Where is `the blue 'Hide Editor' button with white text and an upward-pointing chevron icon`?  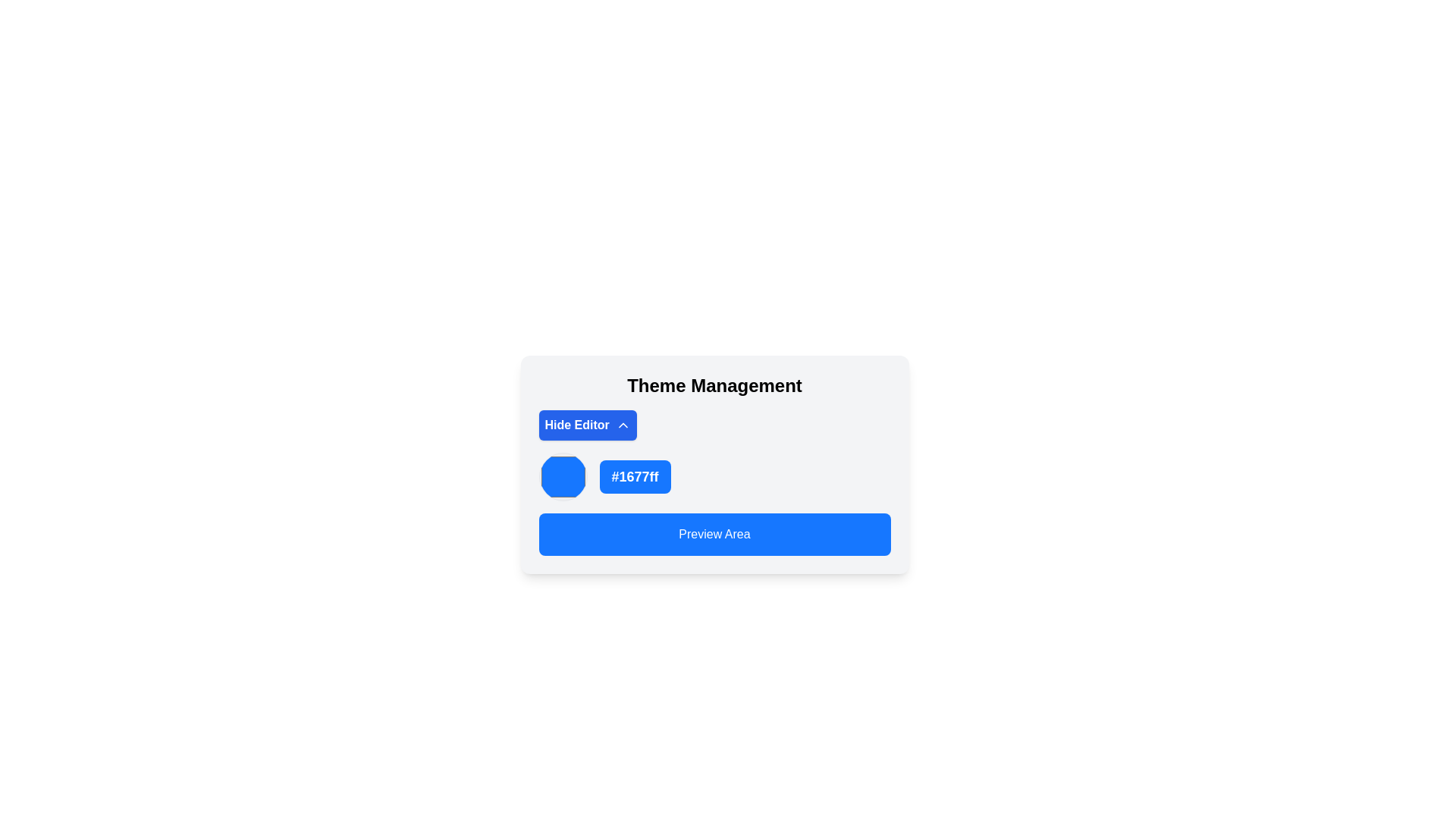
the blue 'Hide Editor' button with white text and an upward-pointing chevron icon is located at coordinates (587, 425).